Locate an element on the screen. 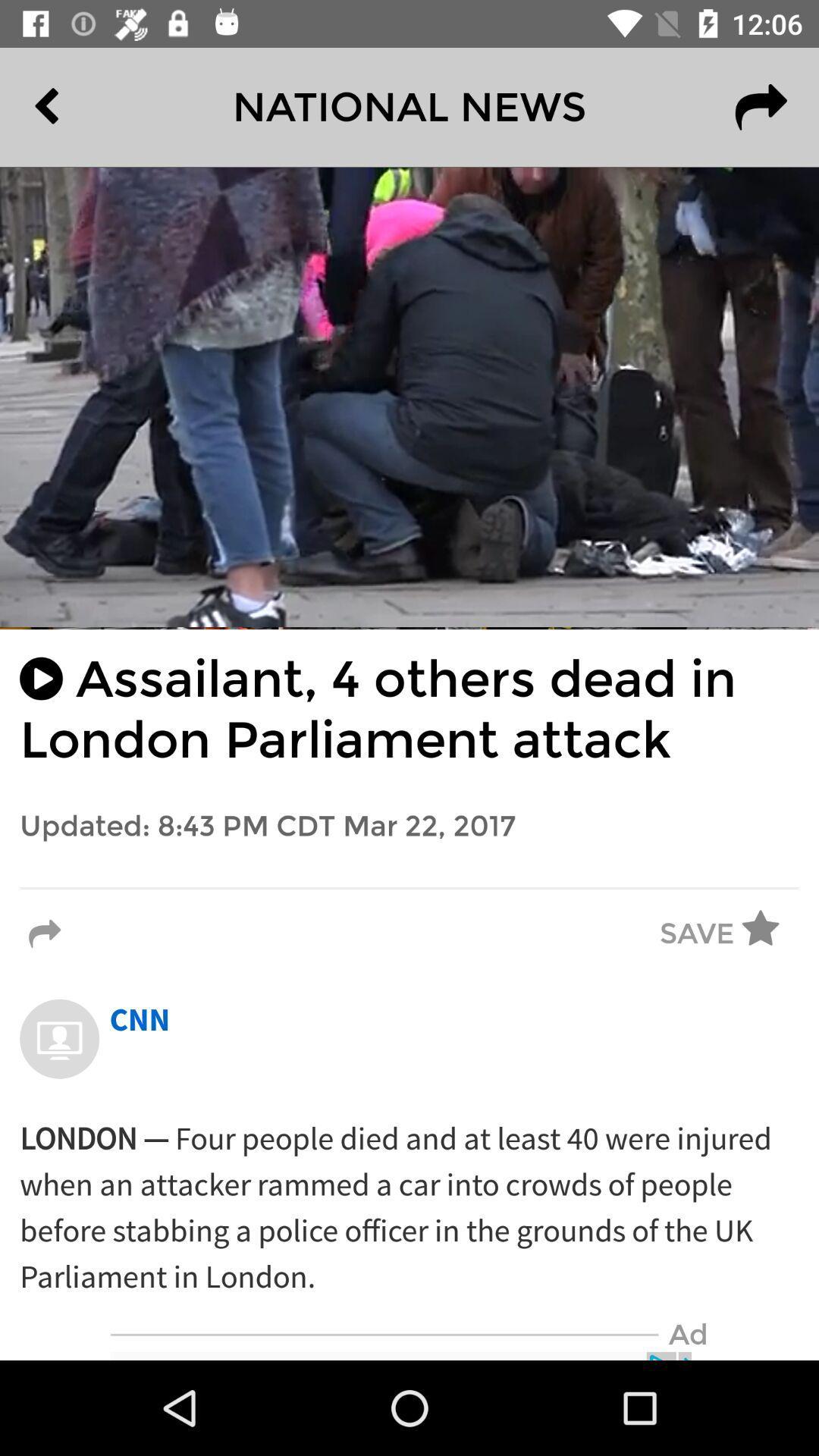 This screenshot has width=819, height=1456. item next to national news icon is located at coordinates (81, 106).